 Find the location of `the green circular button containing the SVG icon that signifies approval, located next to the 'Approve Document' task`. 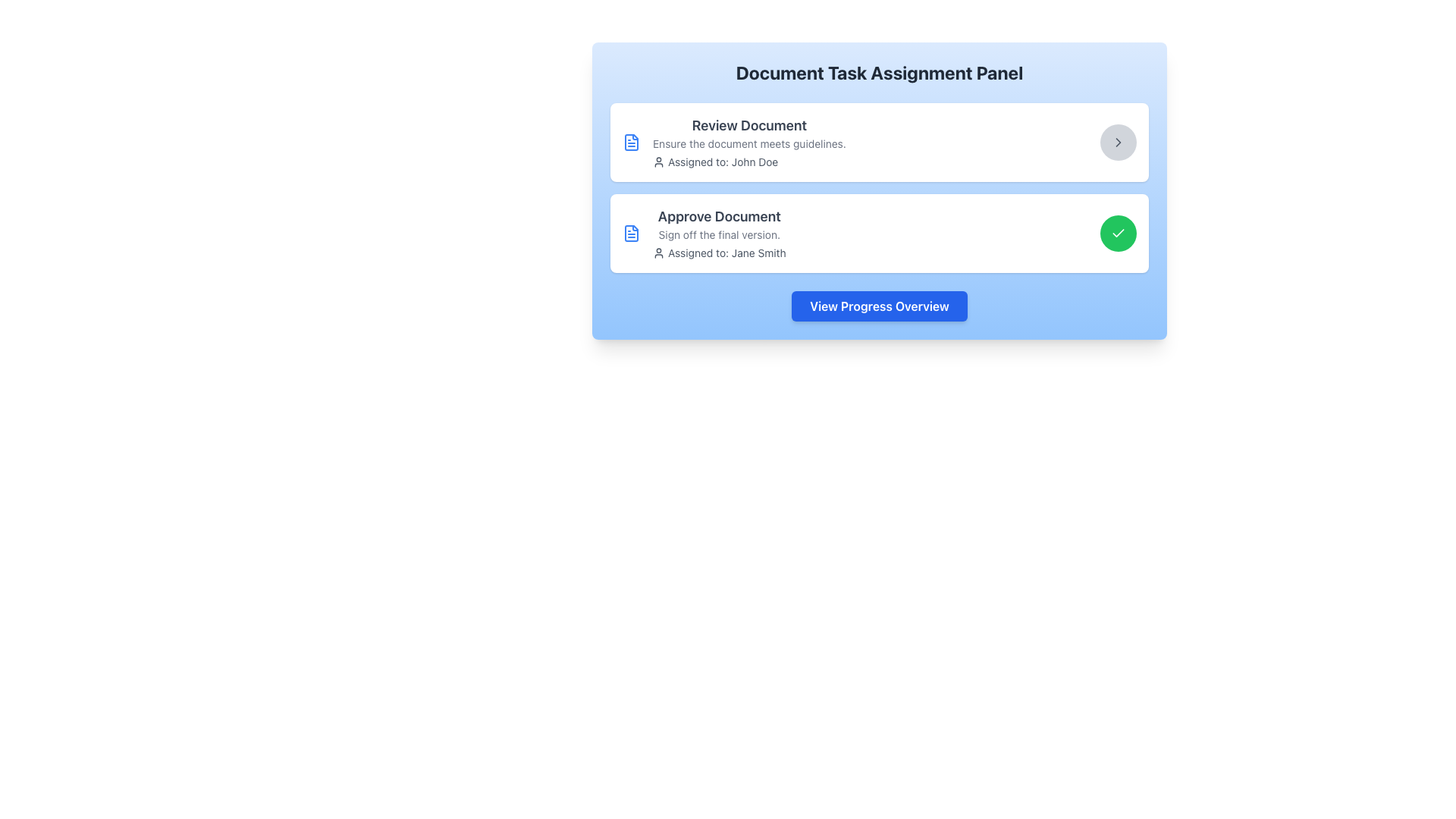

the green circular button containing the SVG icon that signifies approval, located next to the 'Approve Document' task is located at coordinates (1118, 234).